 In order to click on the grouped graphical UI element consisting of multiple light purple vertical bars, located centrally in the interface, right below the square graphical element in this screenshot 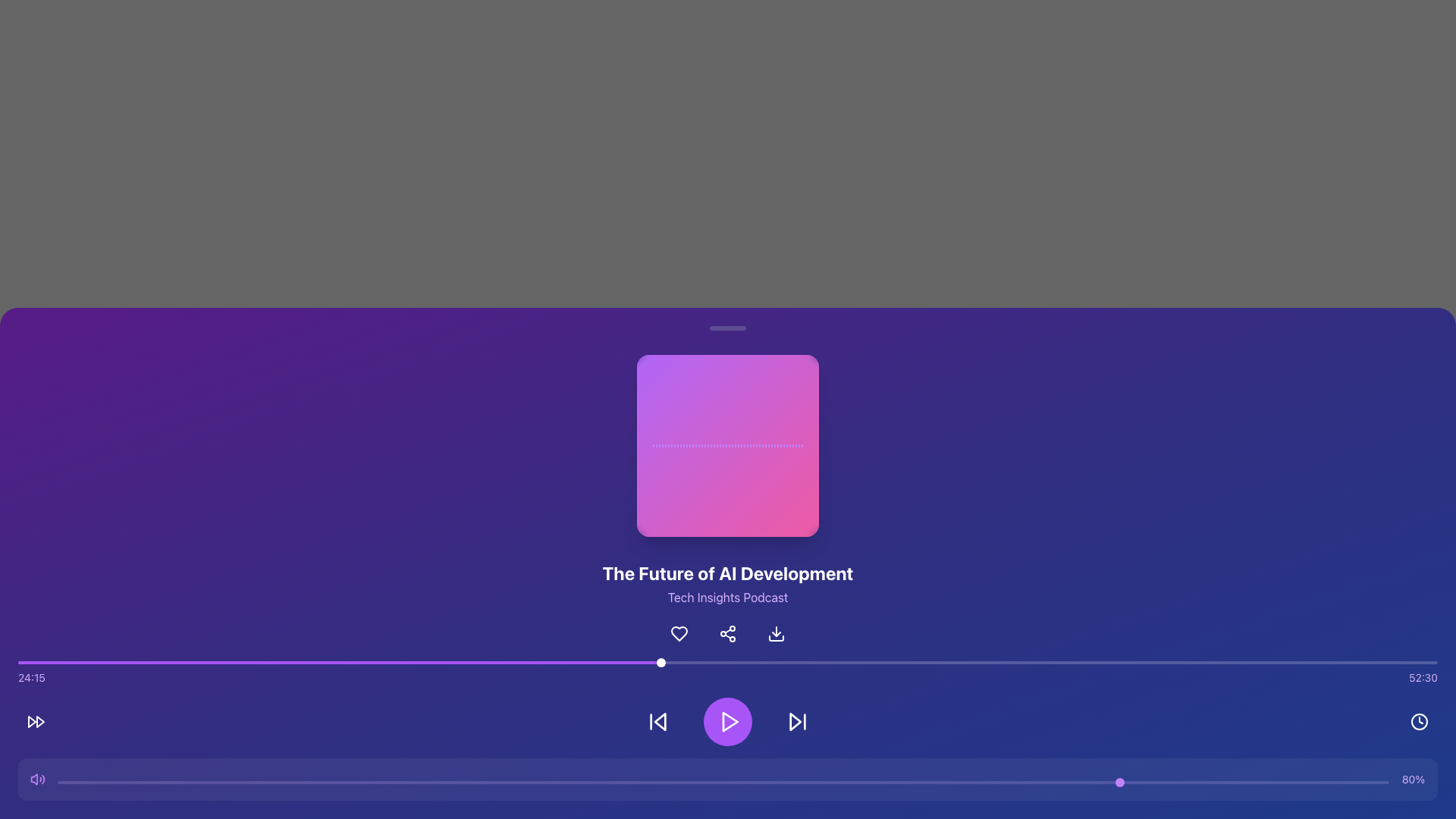, I will do `click(728, 444)`.